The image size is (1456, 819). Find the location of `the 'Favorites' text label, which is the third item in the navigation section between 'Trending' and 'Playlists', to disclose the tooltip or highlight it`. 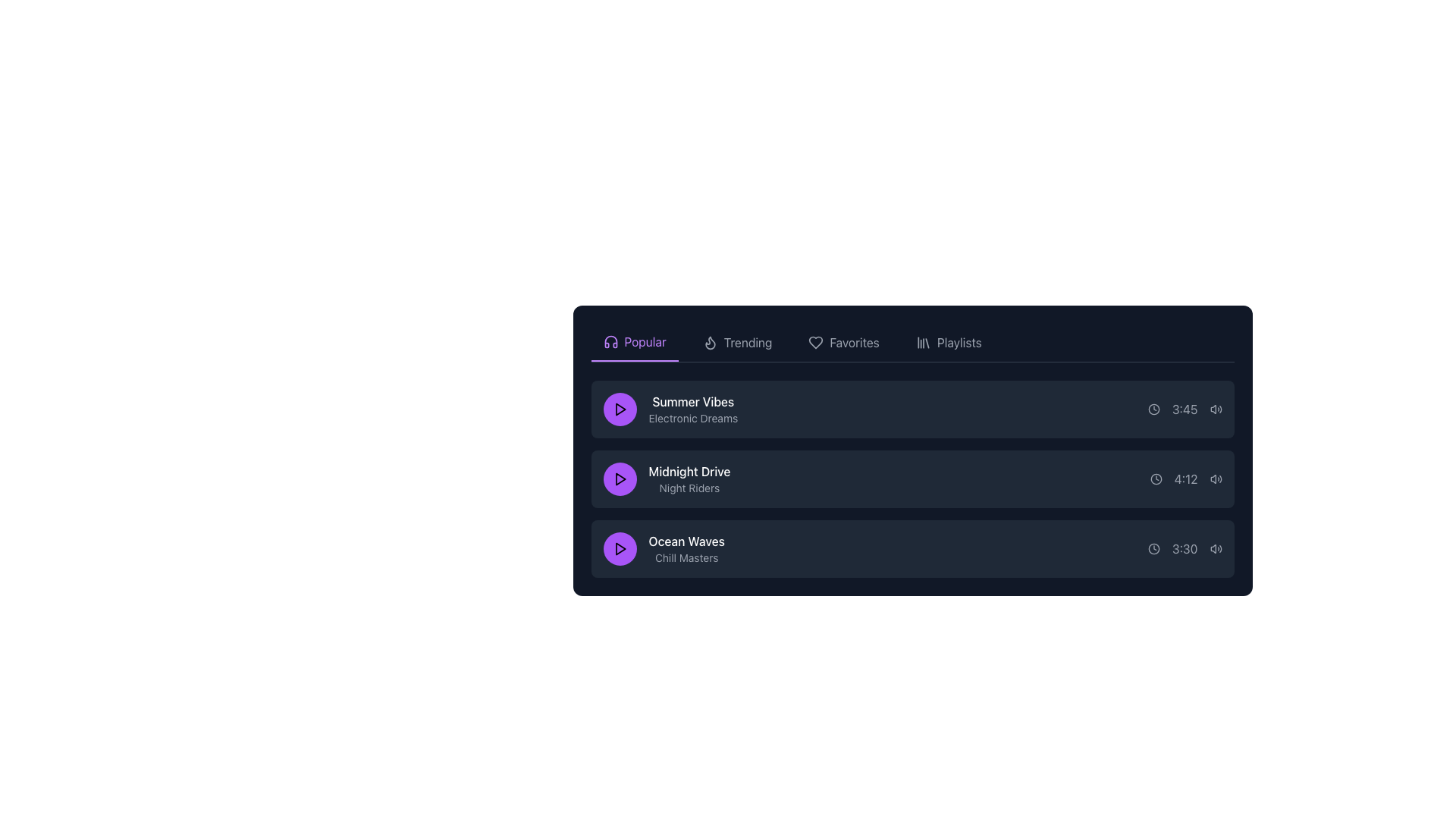

the 'Favorites' text label, which is the third item in the navigation section between 'Trending' and 'Playlists', to disclose the tooltip or highlight it is located at coordinates (855, 342).